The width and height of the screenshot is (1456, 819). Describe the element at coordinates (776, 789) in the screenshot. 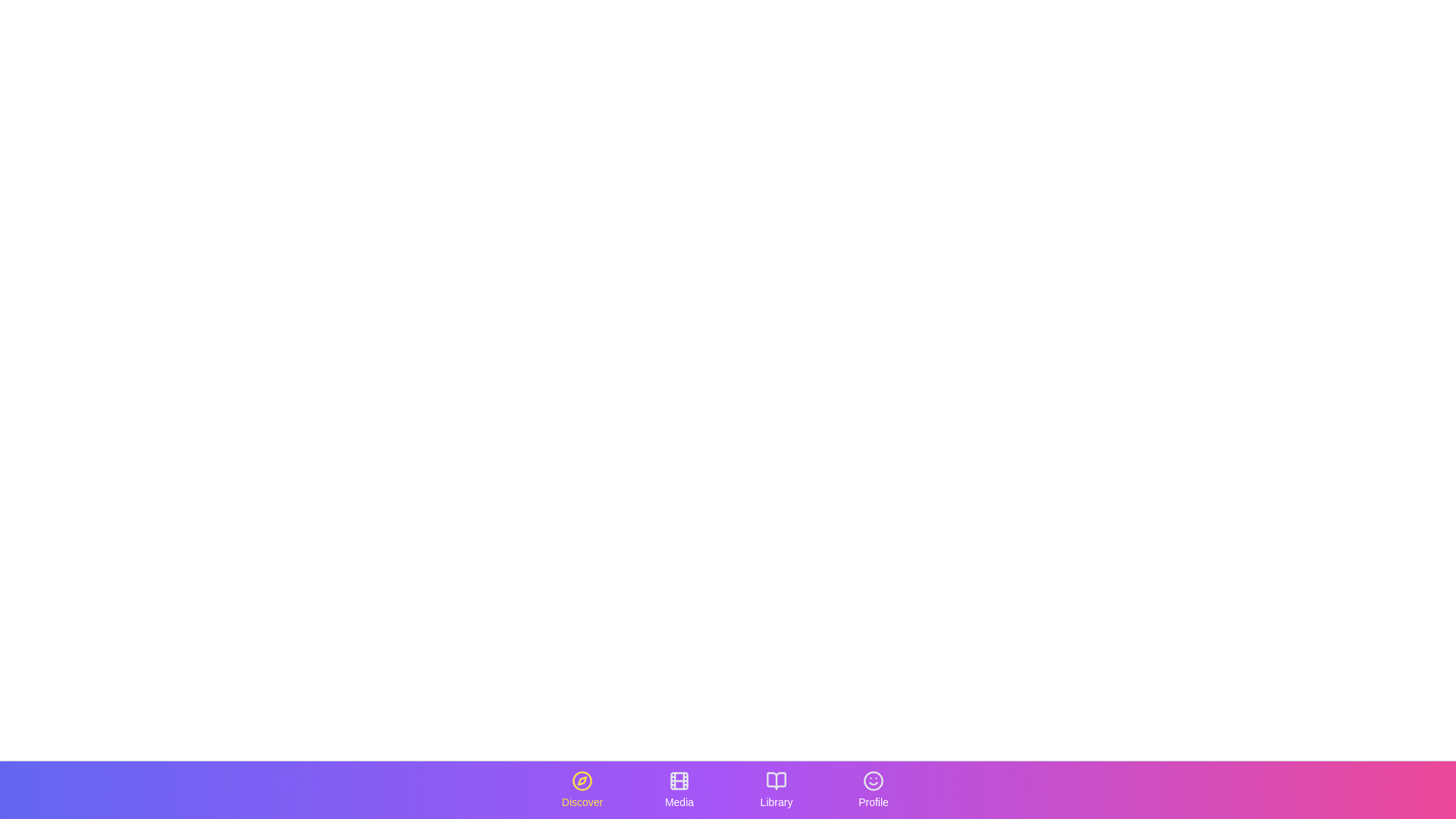

I see `the tab labeled Library to observe the hover animation effect` at that location.